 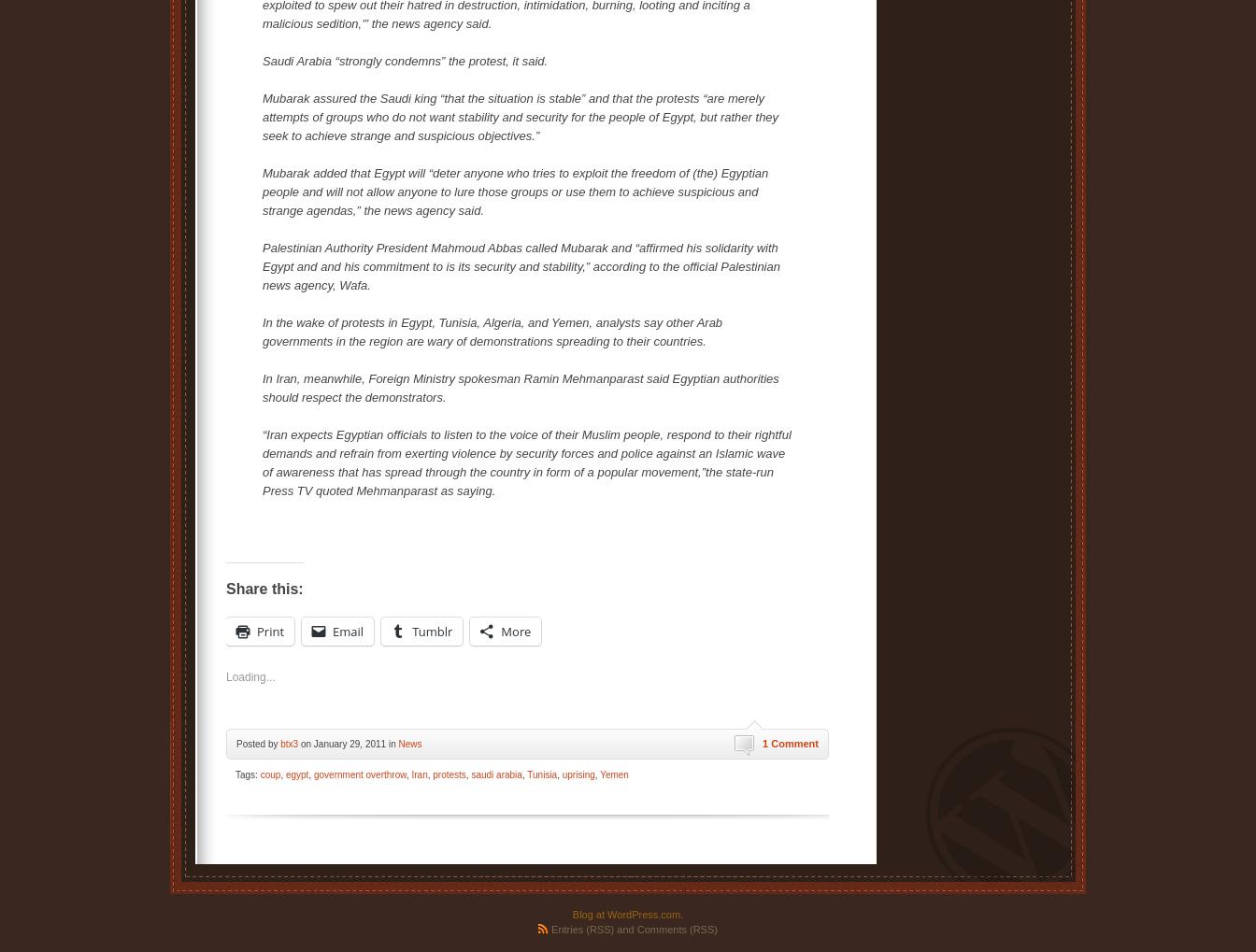 What do you see at coordinates (677, 929) in the screenshot?
I see `'Comments (RSS)'` at bounding box center [677, 929].